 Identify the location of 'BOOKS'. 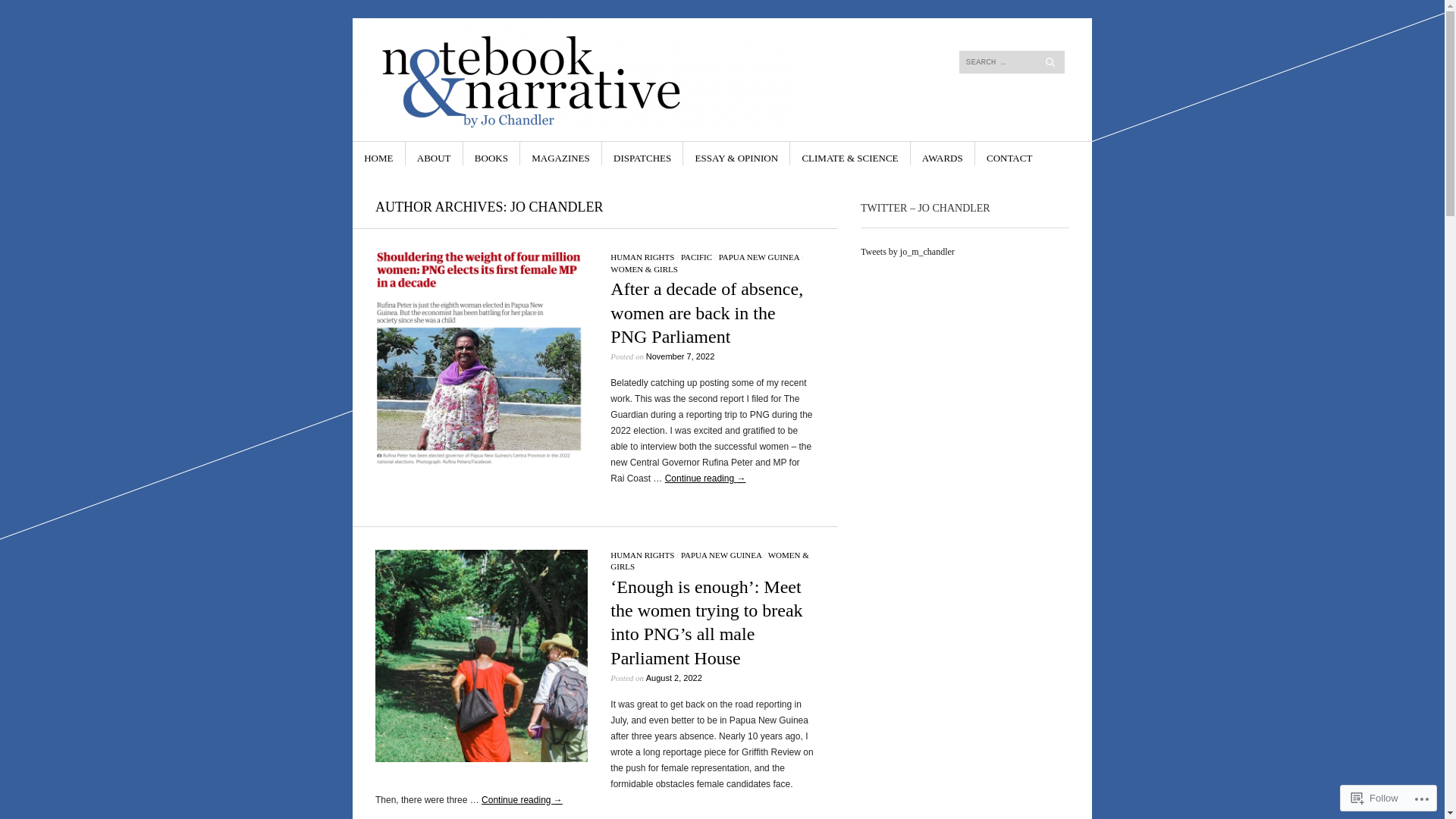
(491, 153).